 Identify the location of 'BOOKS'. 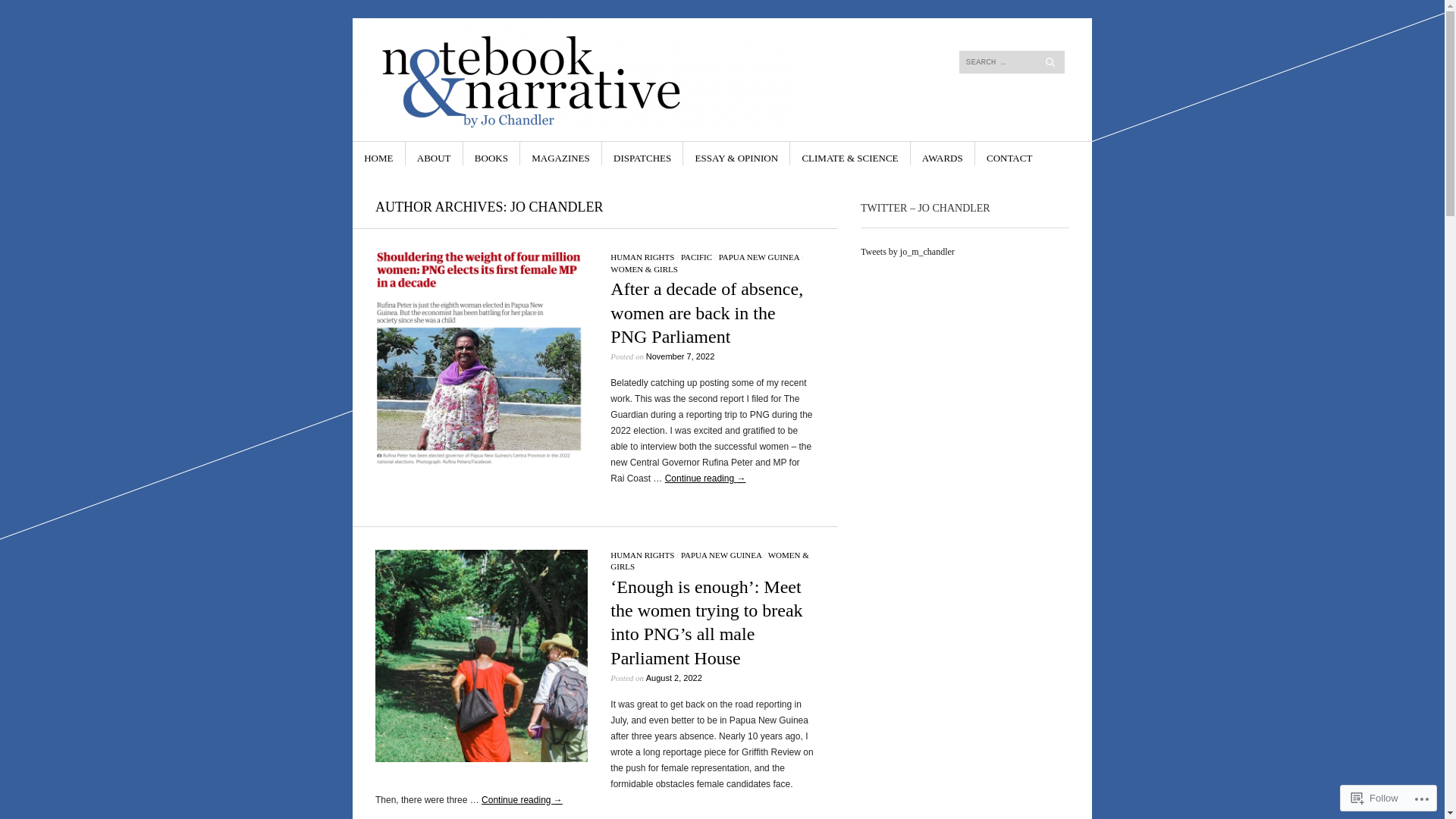
(491, 153).